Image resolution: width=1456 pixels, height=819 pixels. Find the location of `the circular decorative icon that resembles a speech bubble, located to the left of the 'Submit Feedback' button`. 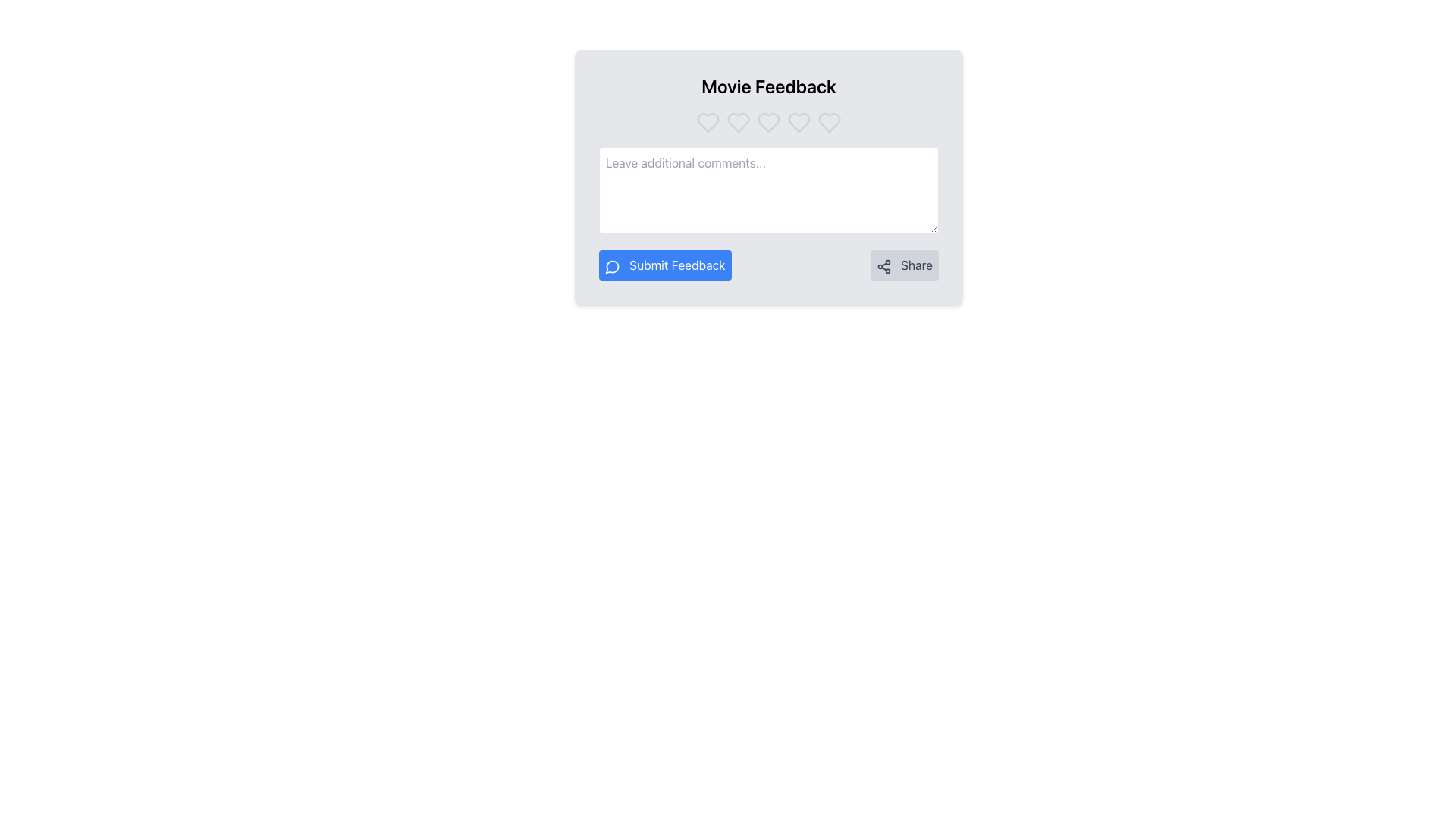

the circular decorative icon that resembles a speech bubble, located to the left of the 'Submit Feedback' button is located at coordinates (612, 265).